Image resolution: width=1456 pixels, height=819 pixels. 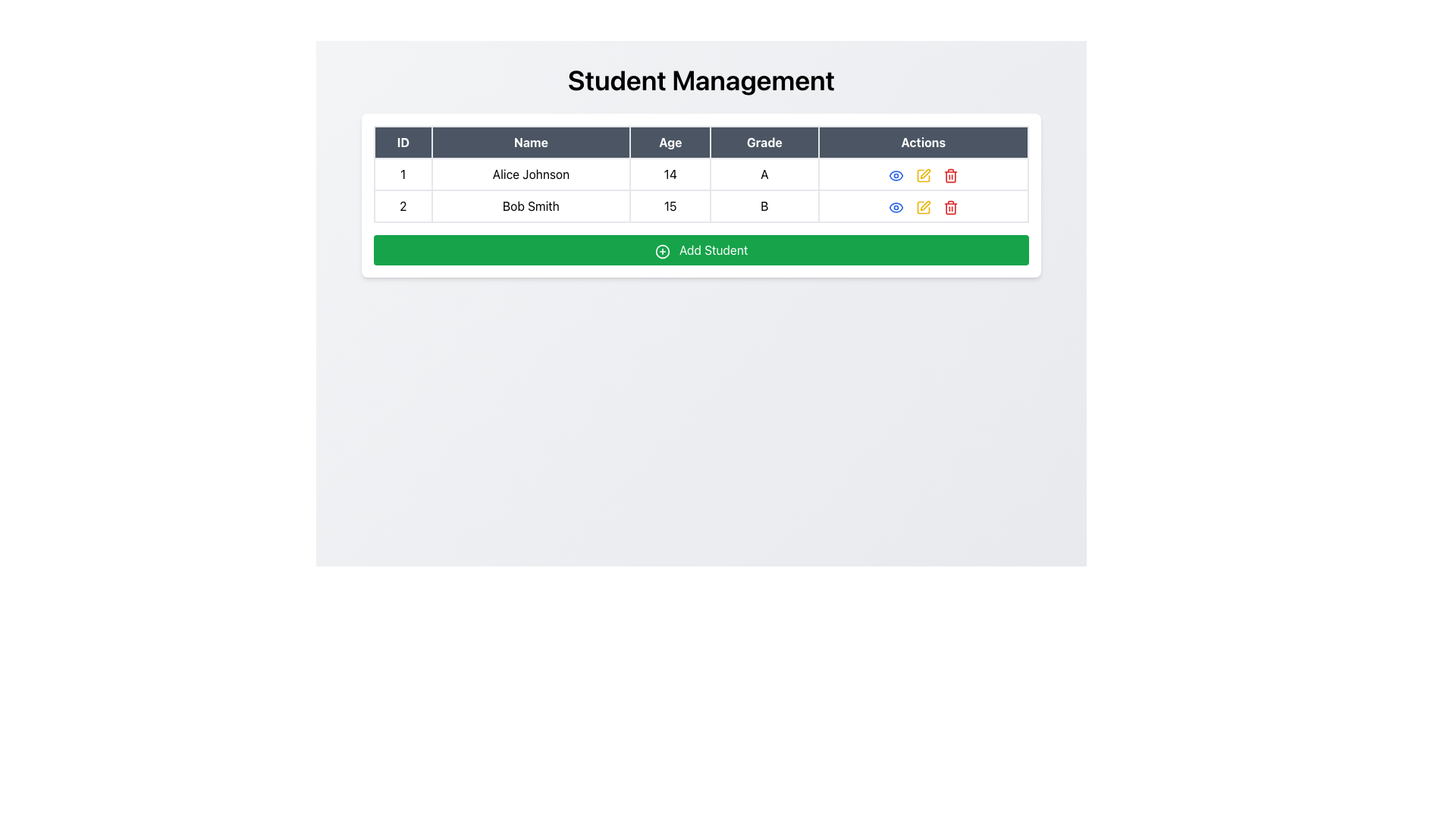 I want to click on the edit icon, which is a square-shaped vector icon styled with thin lines, located in the actions column of the second row, so click(x=922, y=207).